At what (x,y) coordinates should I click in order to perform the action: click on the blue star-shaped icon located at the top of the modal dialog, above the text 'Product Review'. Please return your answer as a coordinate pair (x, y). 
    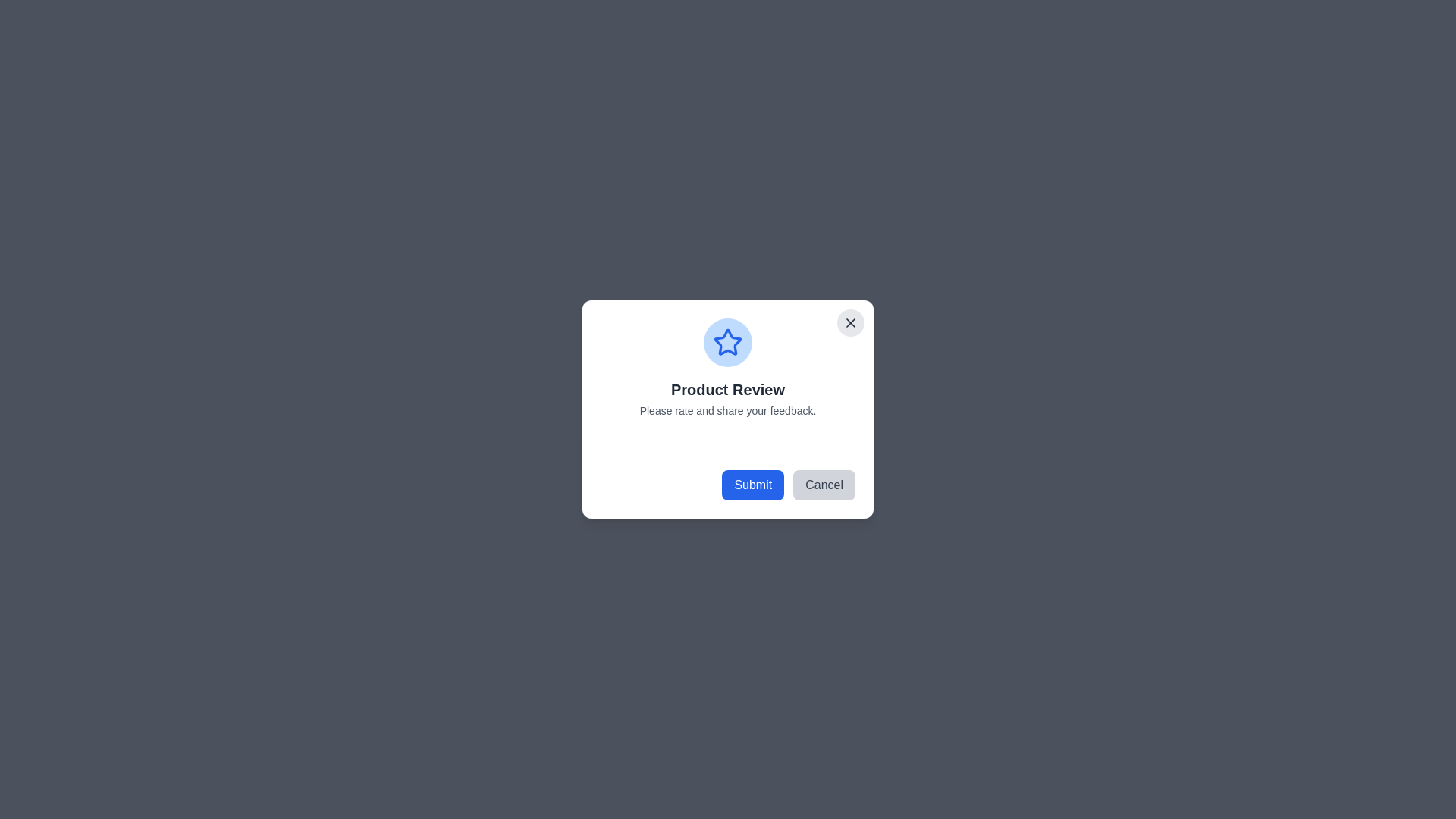
    Looking at the image, I should click on (728, 342).